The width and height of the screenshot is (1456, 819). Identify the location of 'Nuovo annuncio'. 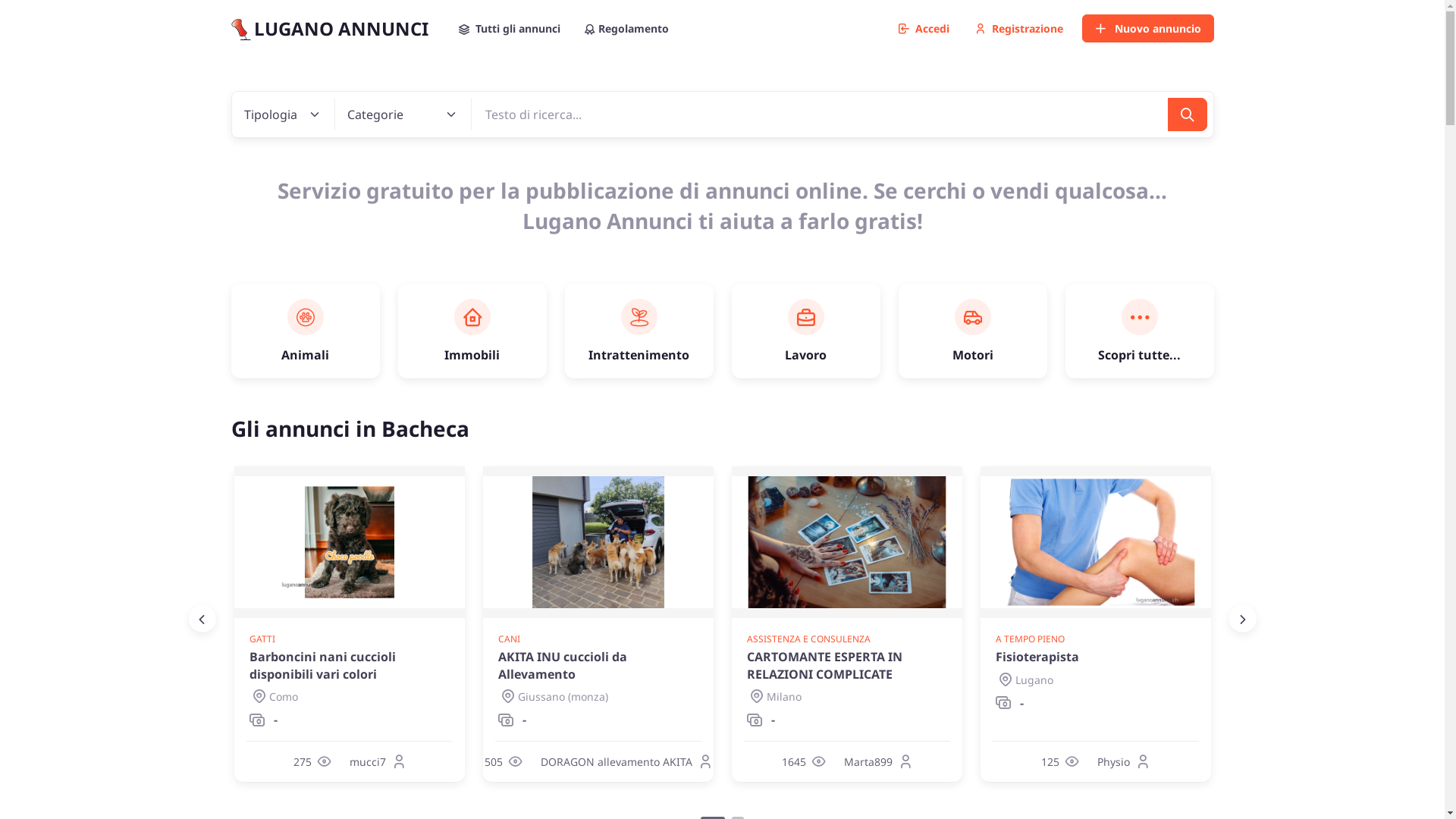
(1147, 28).